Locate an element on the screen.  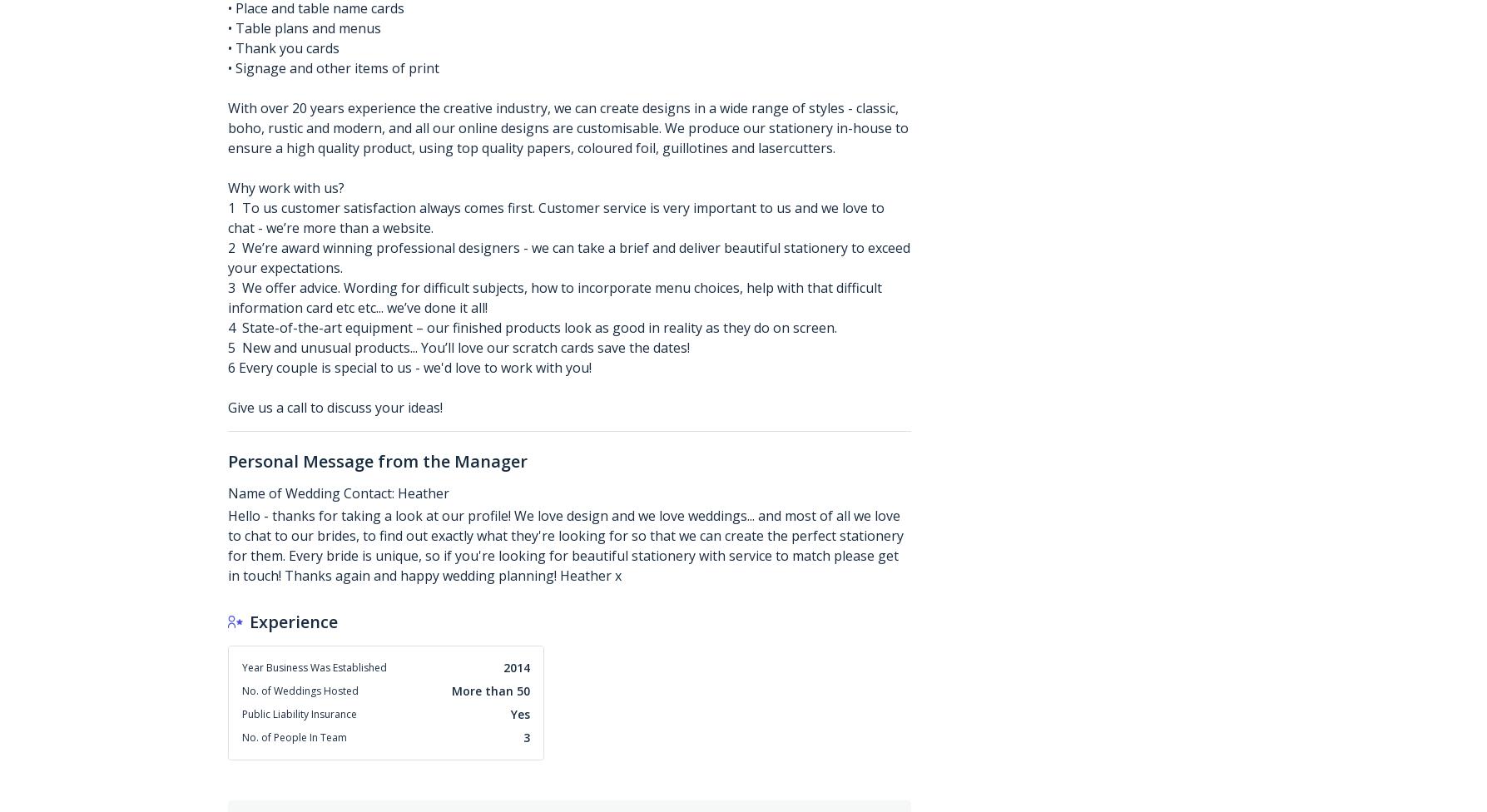
'Experience' is located at coordinates (292, 621).